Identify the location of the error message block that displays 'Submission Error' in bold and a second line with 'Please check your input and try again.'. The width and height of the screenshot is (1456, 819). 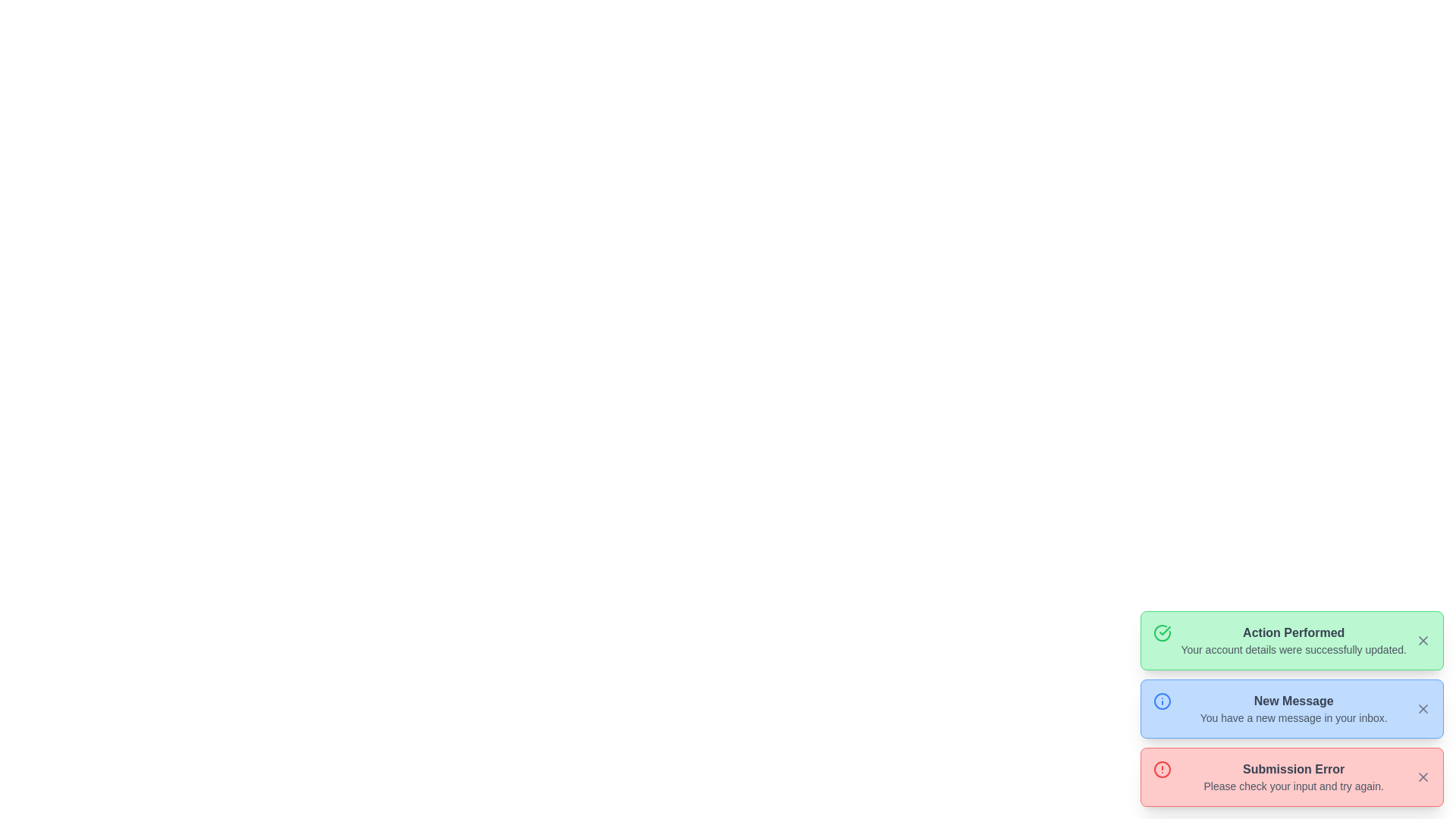
(1293, 777).